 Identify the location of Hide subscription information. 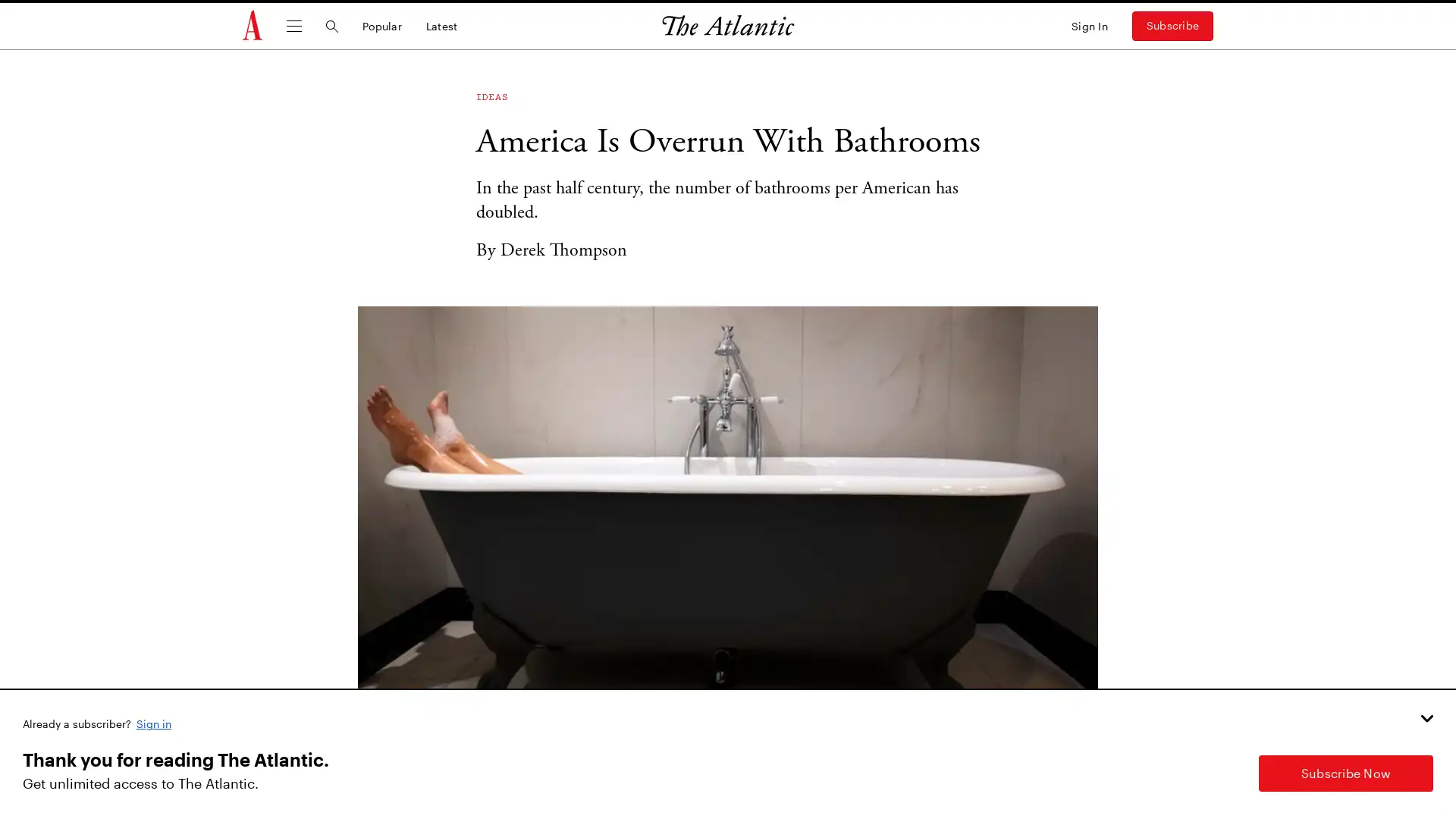
(1426, 717).